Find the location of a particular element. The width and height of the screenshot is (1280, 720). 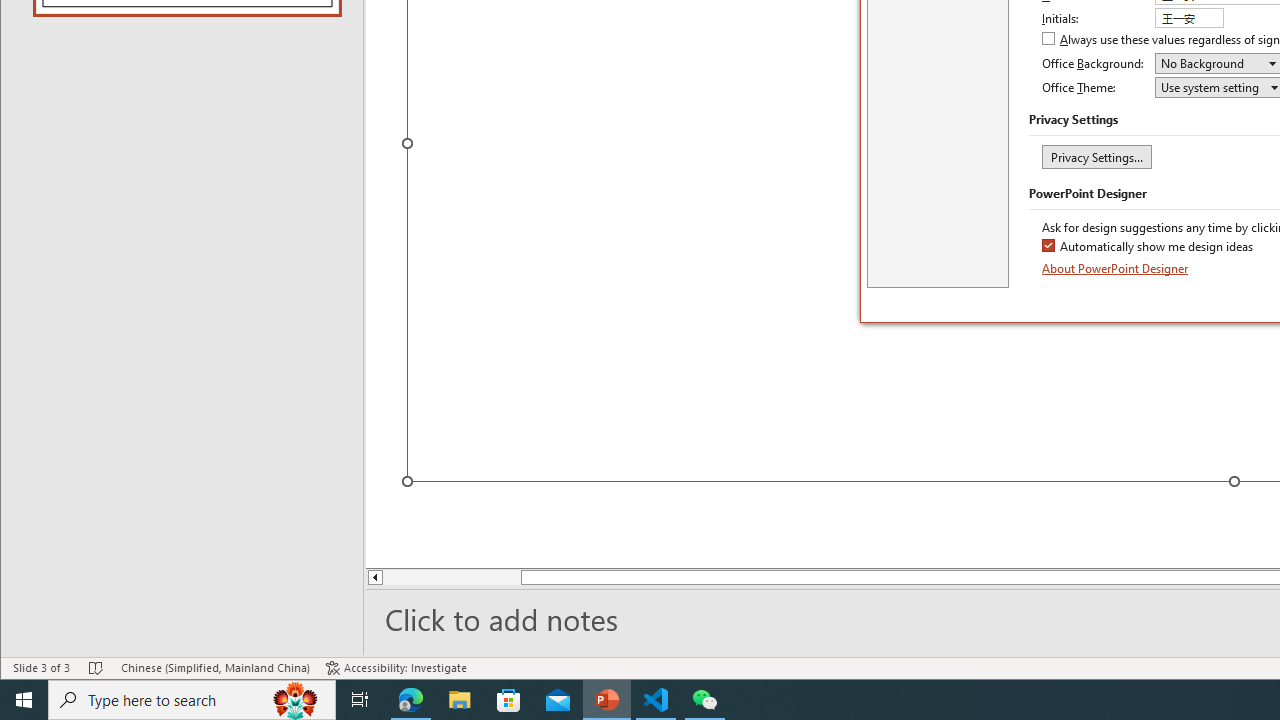

'WeChat - 1 running window' is located at coordinates (705, 698).